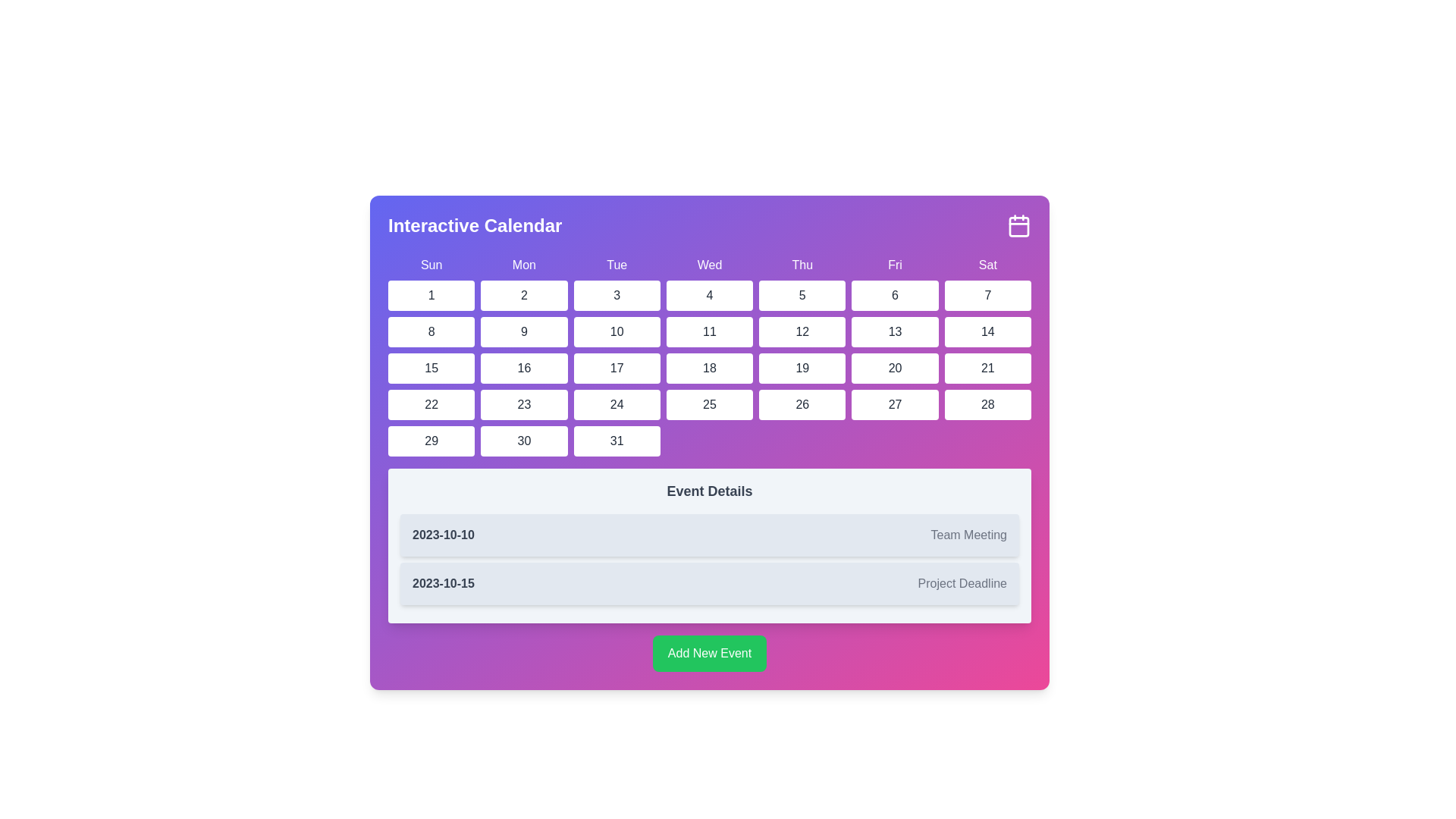 The image size is (1456, 819). I want to click on the button representing the 24th day of the month in the calendar interface to visually highlight it, so click(617, 403).